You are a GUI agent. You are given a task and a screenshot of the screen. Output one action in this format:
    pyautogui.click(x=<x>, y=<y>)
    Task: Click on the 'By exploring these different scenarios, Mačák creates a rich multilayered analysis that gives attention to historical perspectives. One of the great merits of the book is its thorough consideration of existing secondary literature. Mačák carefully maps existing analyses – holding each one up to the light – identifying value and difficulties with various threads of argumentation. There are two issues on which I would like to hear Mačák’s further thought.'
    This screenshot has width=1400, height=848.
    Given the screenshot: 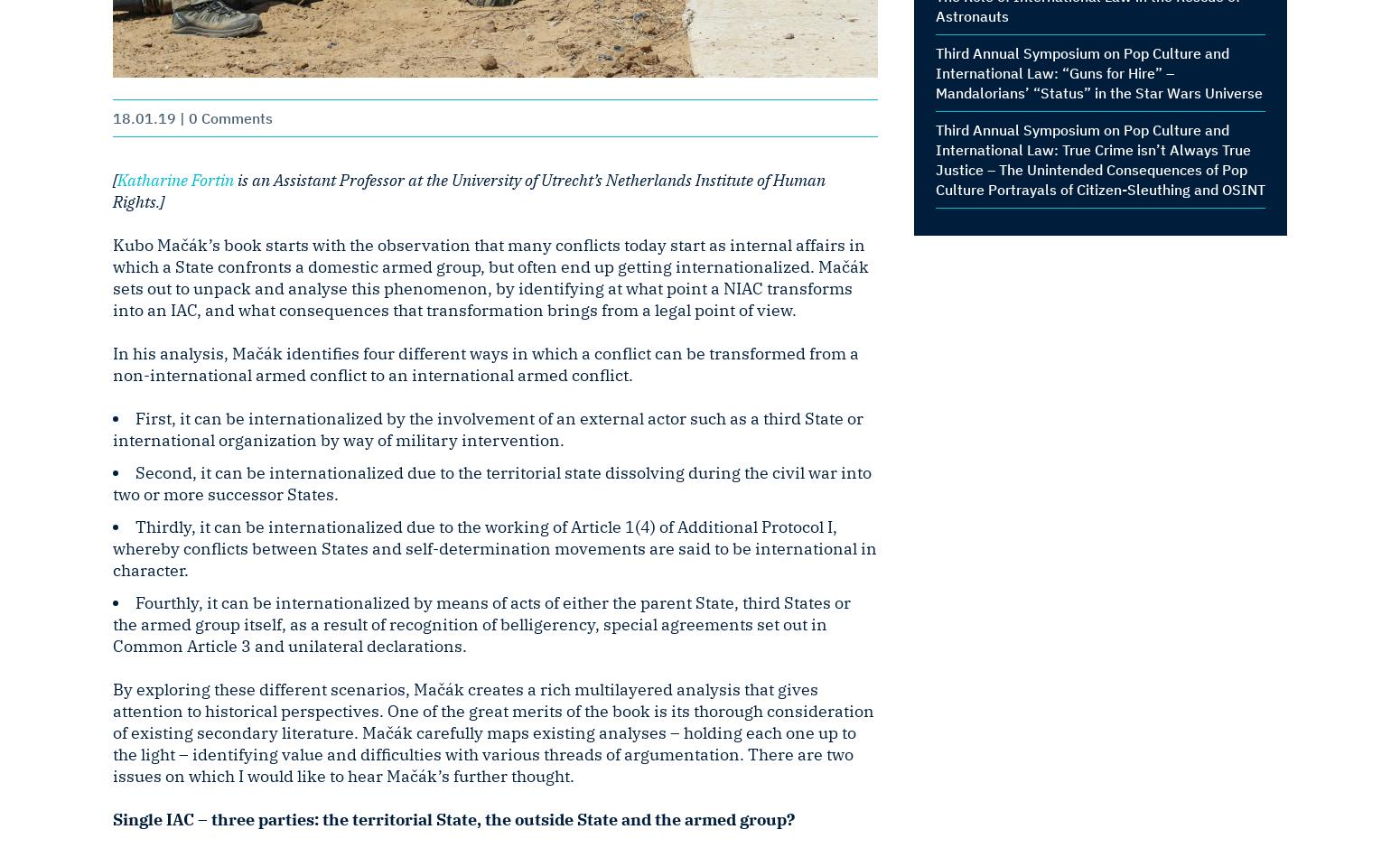 What is the action you would take?
    pyautogui.click(x=493, y=732)
    